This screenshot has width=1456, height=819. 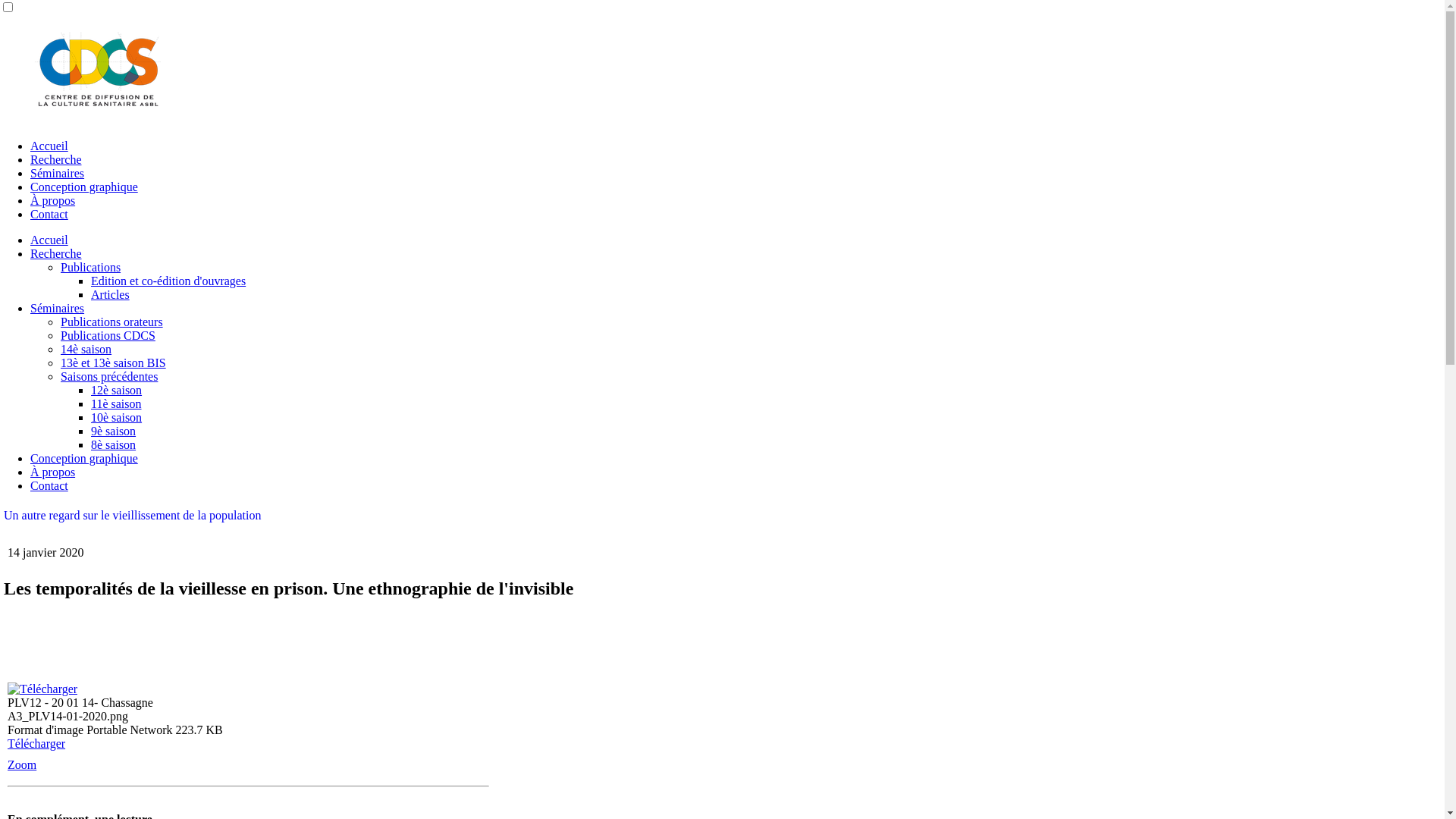 What do you see at coordinates (49, 239) in the screenshot?
I see `'Accueil'` at bounding box center [49, 239].